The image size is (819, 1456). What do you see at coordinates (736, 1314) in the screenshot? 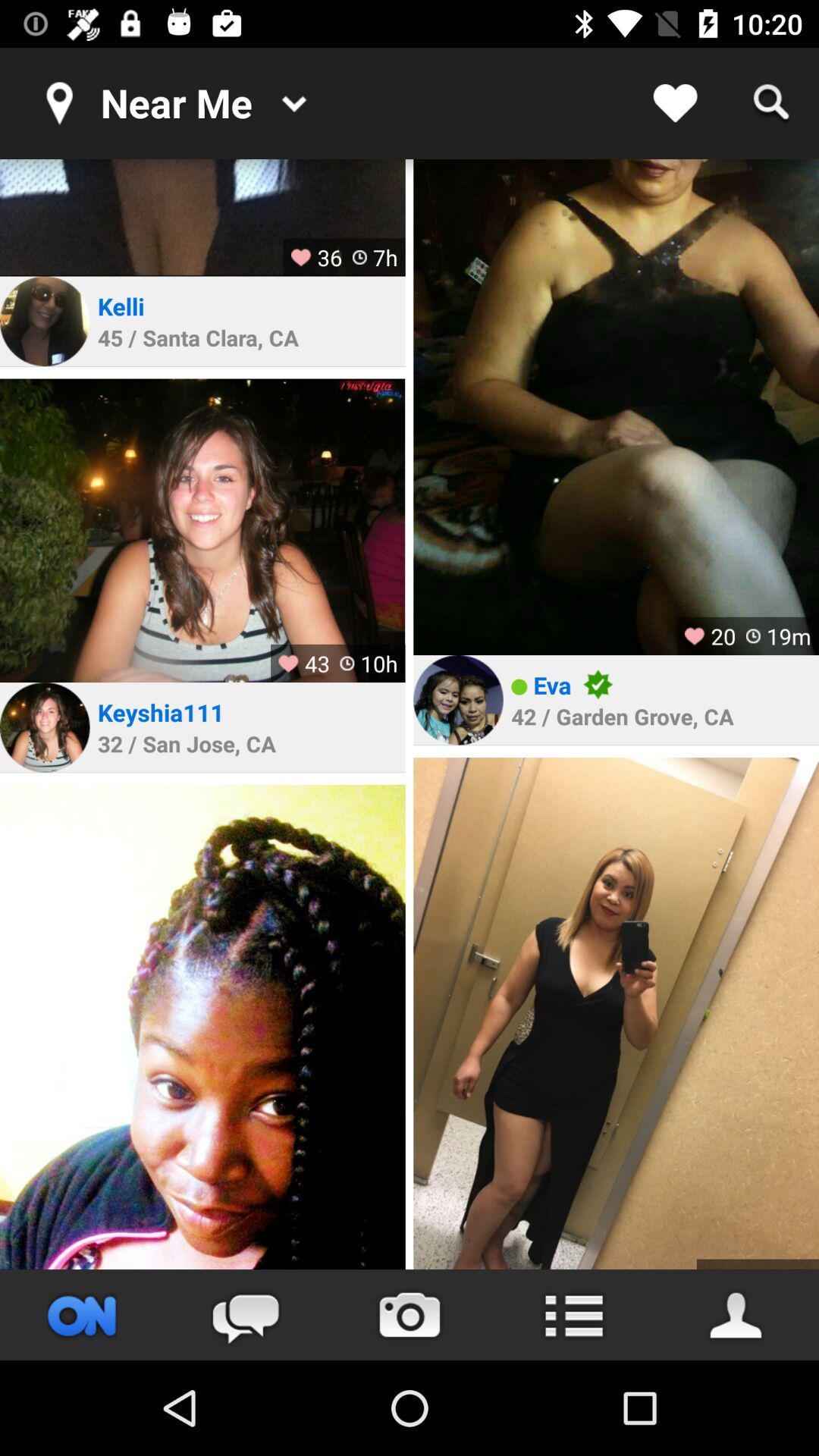
I see `look friend 's profiles` at bounding box center [736, 1314].